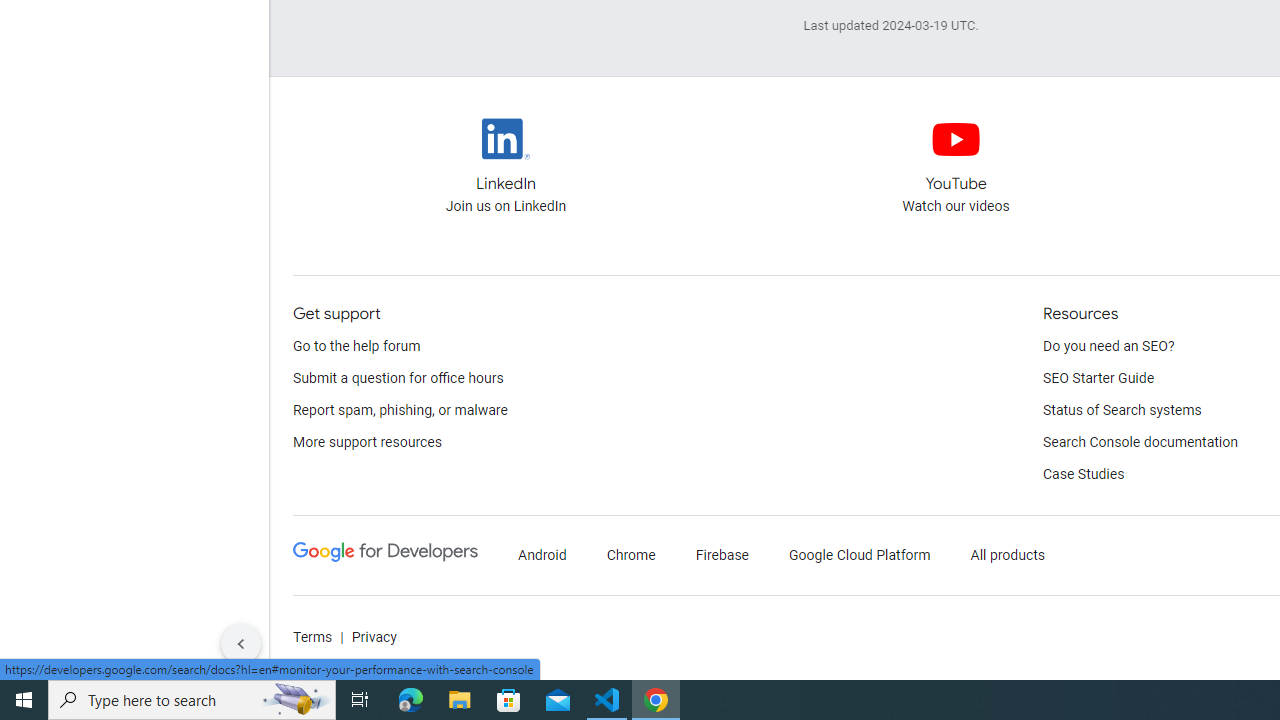 This screenshot has height=720, width=1280. I want to click on 'Submit a question for office hours', so click(398, 379).